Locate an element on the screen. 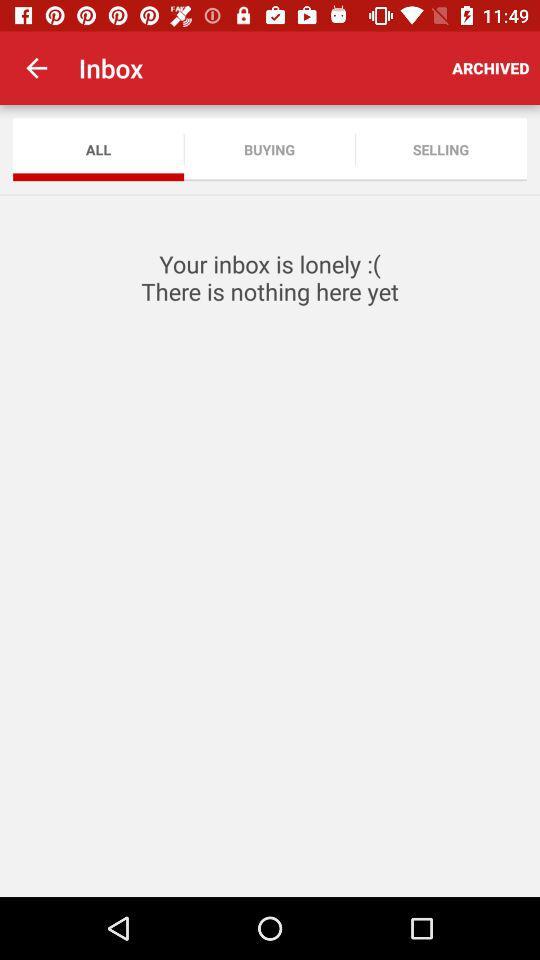 The width and height of the screenshot is (540, 960). all icon is located at coordinates (97, 148).